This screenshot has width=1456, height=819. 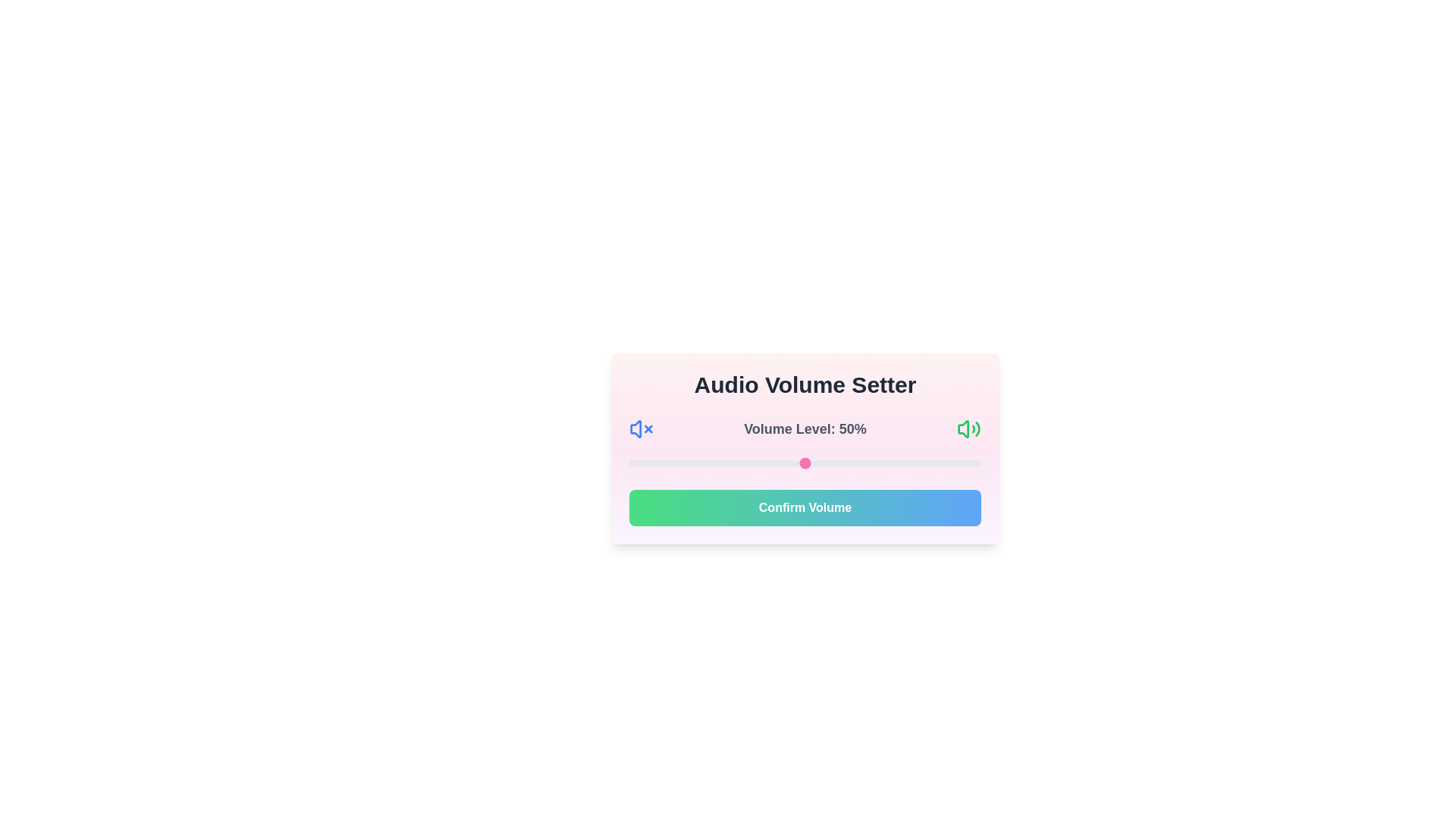 I want to click on the volume, so click(x=735, y=462).